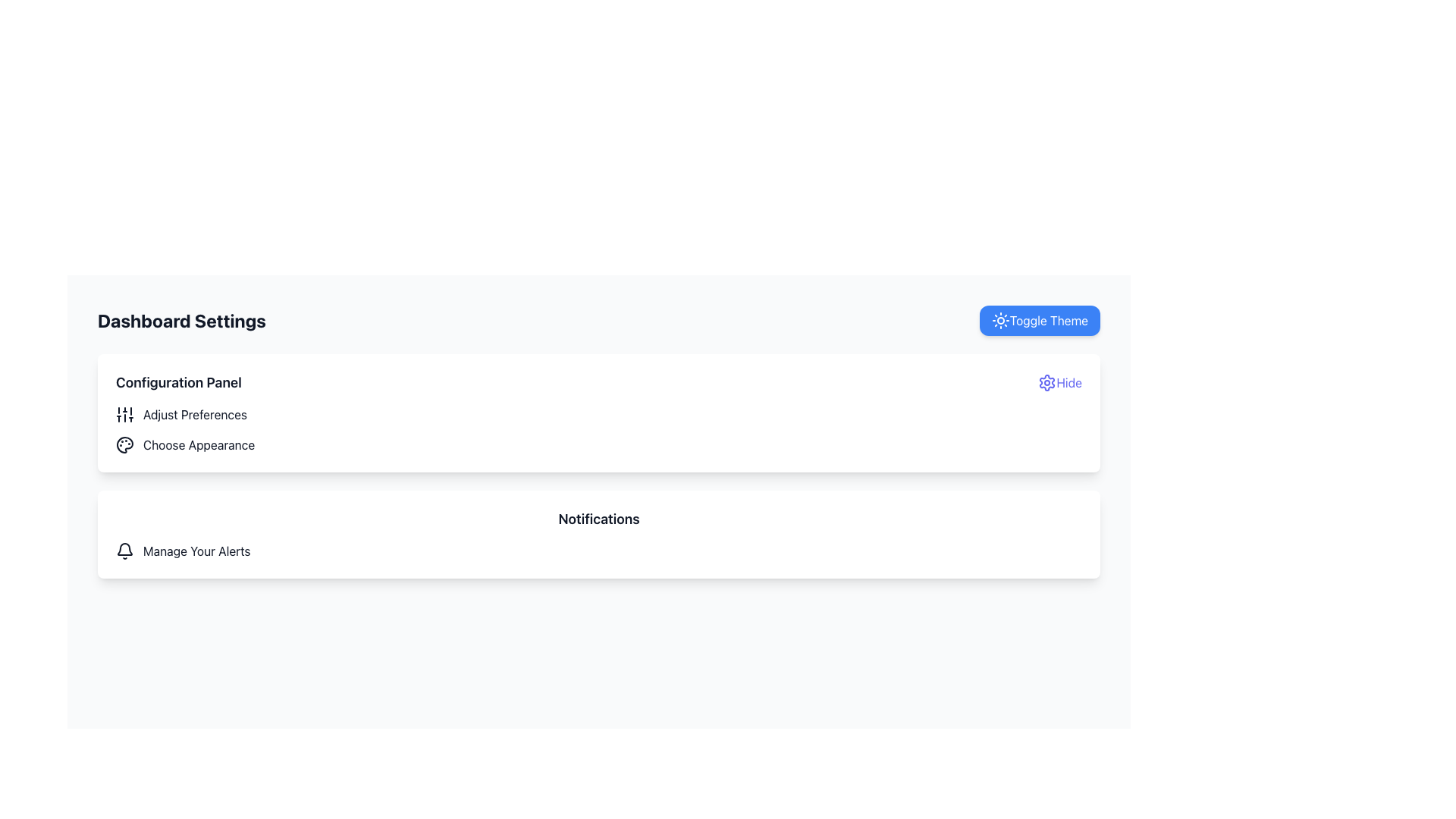  Describe the element at coordinates (124, 551) in the screenshot. I see `the bell icon, which is the first icon on the left within the 'Notifications' subsection, representing a notification symbol` at that location.